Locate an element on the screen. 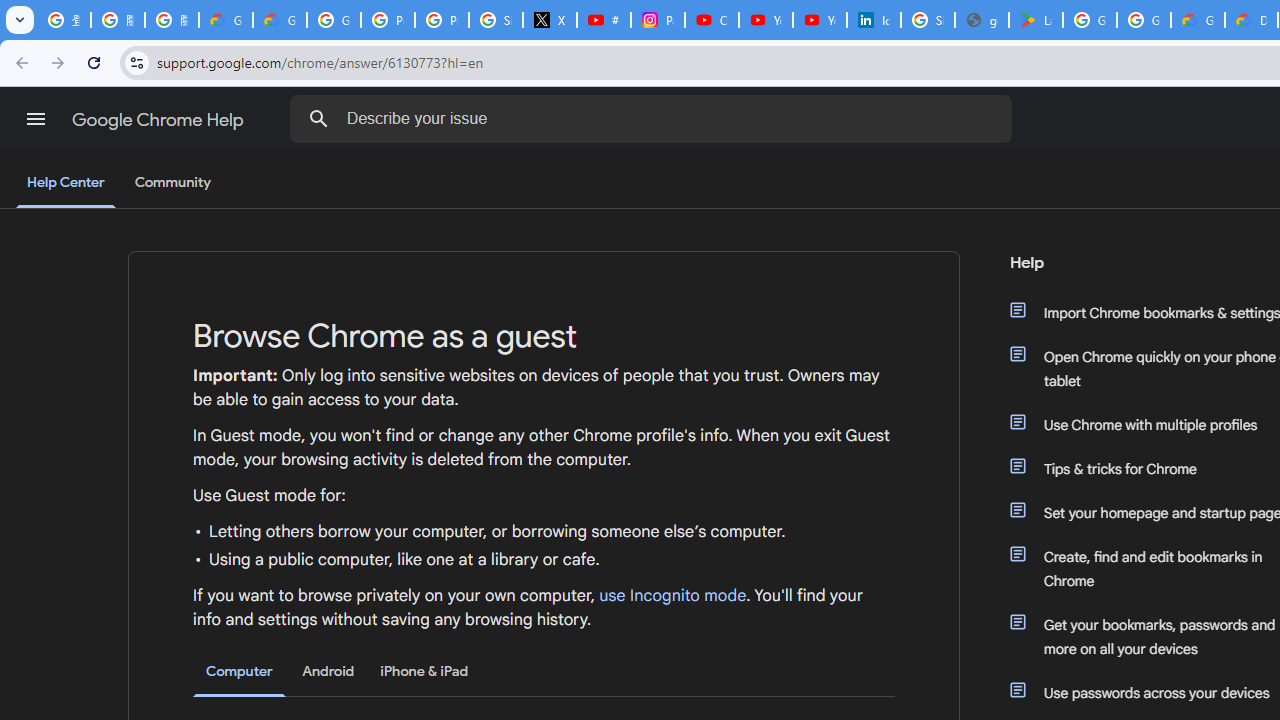  'Google Workspace - Specific Terms' is located at coordinates (1144, 20).